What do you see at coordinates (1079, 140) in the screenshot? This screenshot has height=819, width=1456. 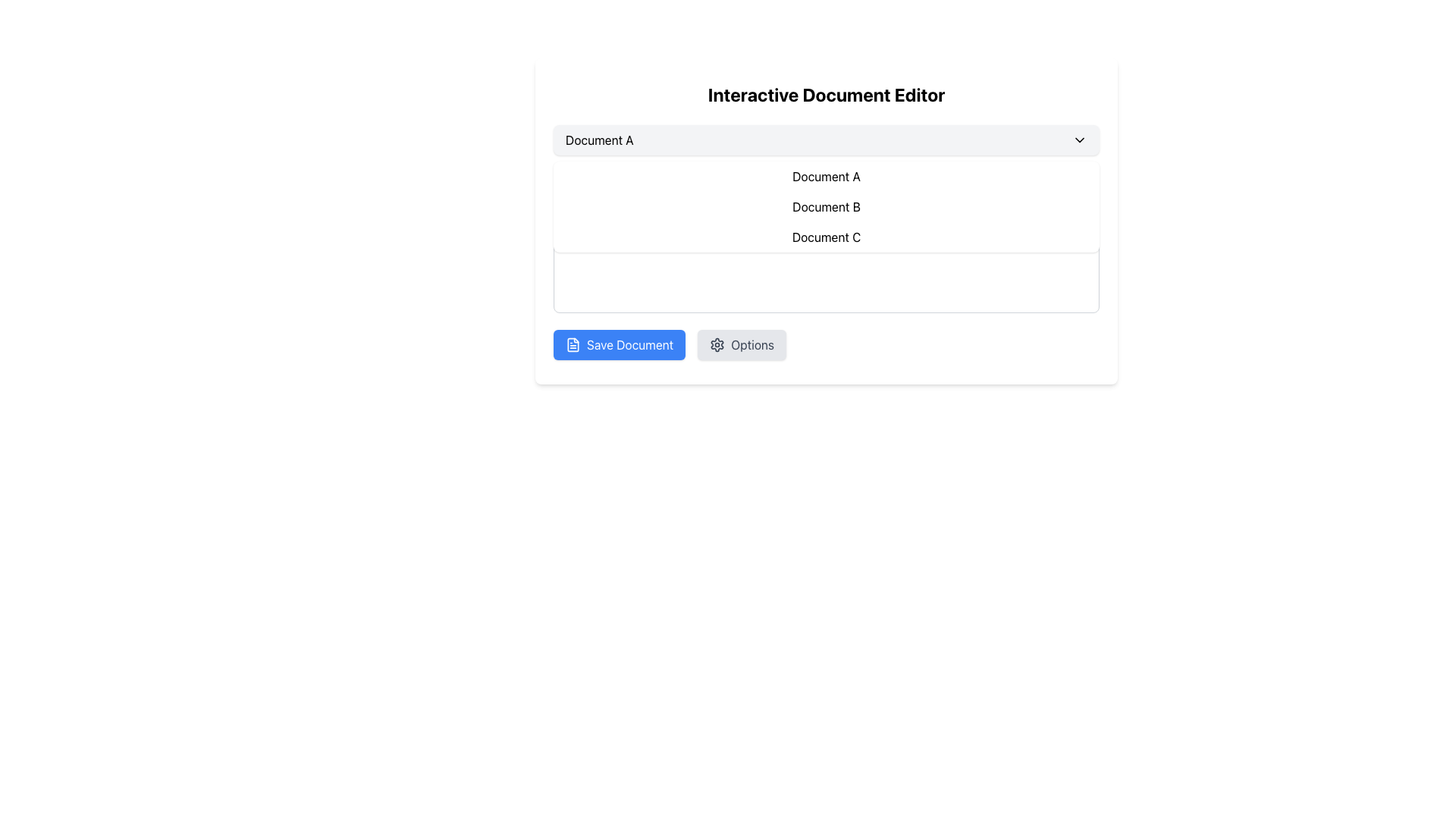 I see `the chevron down icon located on the right side of the 'Document A' button` at bounding box center [1079, 140].